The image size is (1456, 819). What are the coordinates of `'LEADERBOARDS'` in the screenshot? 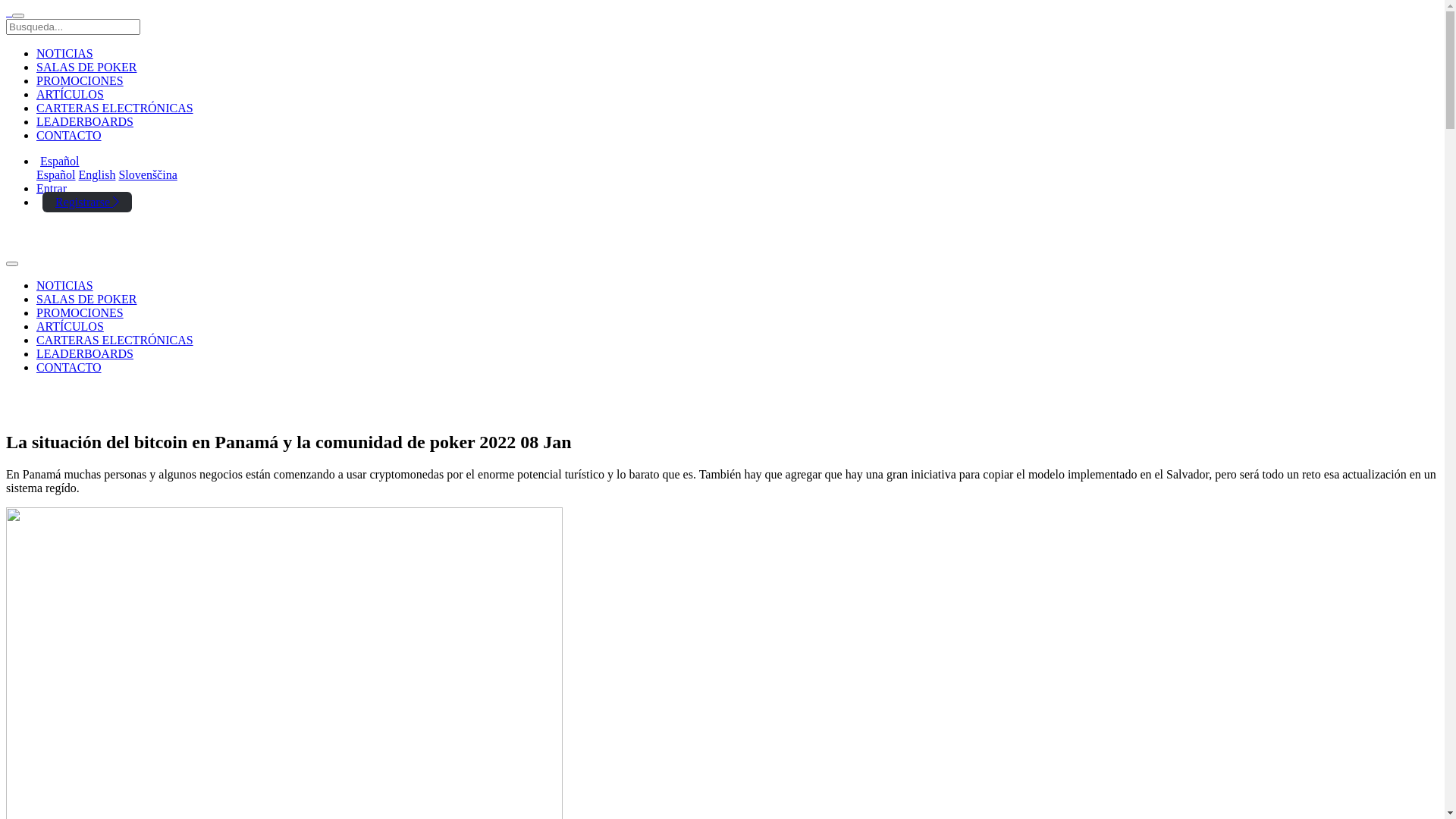 It's located at (83, 353).